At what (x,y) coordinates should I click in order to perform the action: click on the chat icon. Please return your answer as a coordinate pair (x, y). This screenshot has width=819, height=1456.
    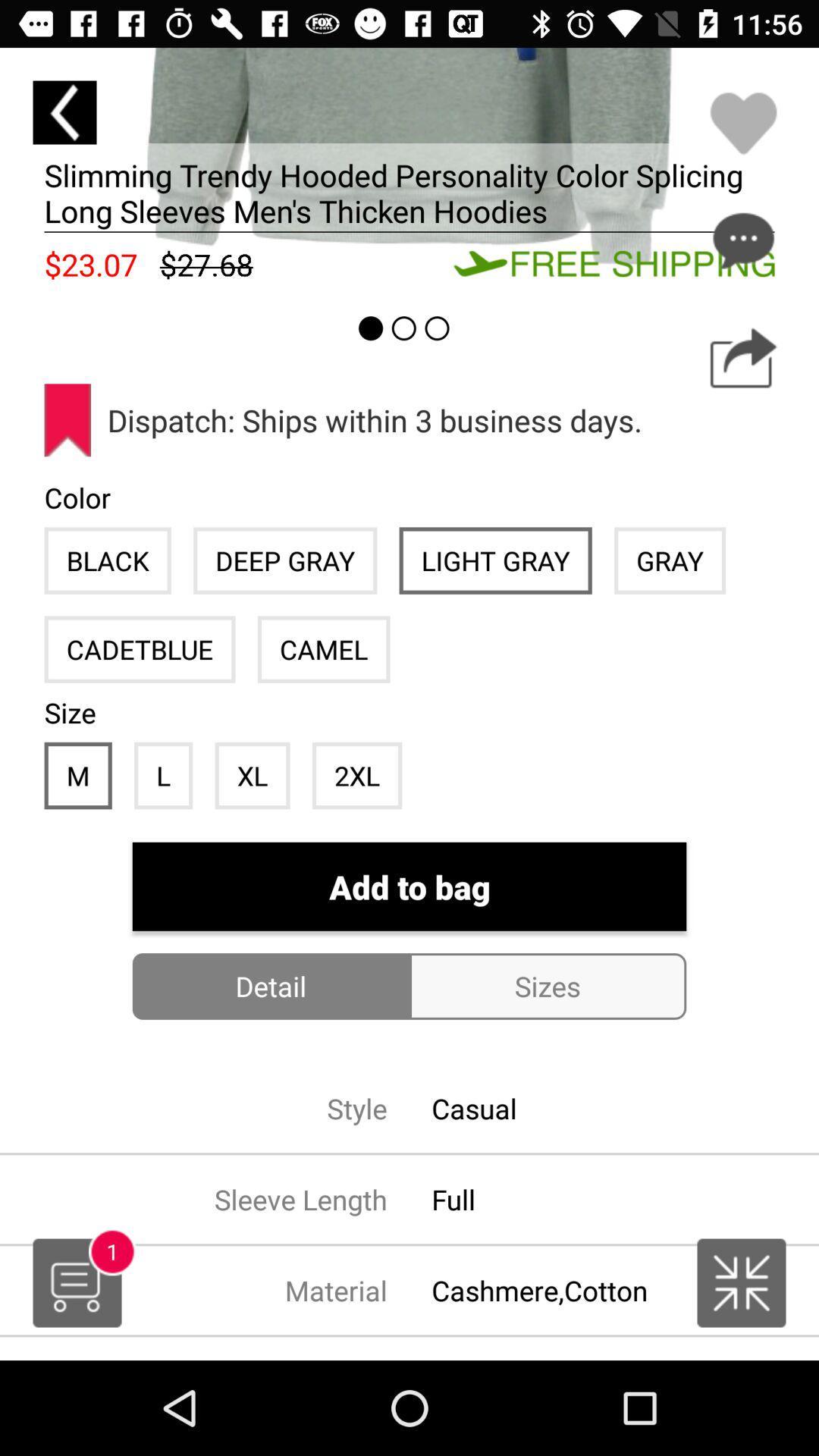
    Looking at the image, I should click on (742, 240).